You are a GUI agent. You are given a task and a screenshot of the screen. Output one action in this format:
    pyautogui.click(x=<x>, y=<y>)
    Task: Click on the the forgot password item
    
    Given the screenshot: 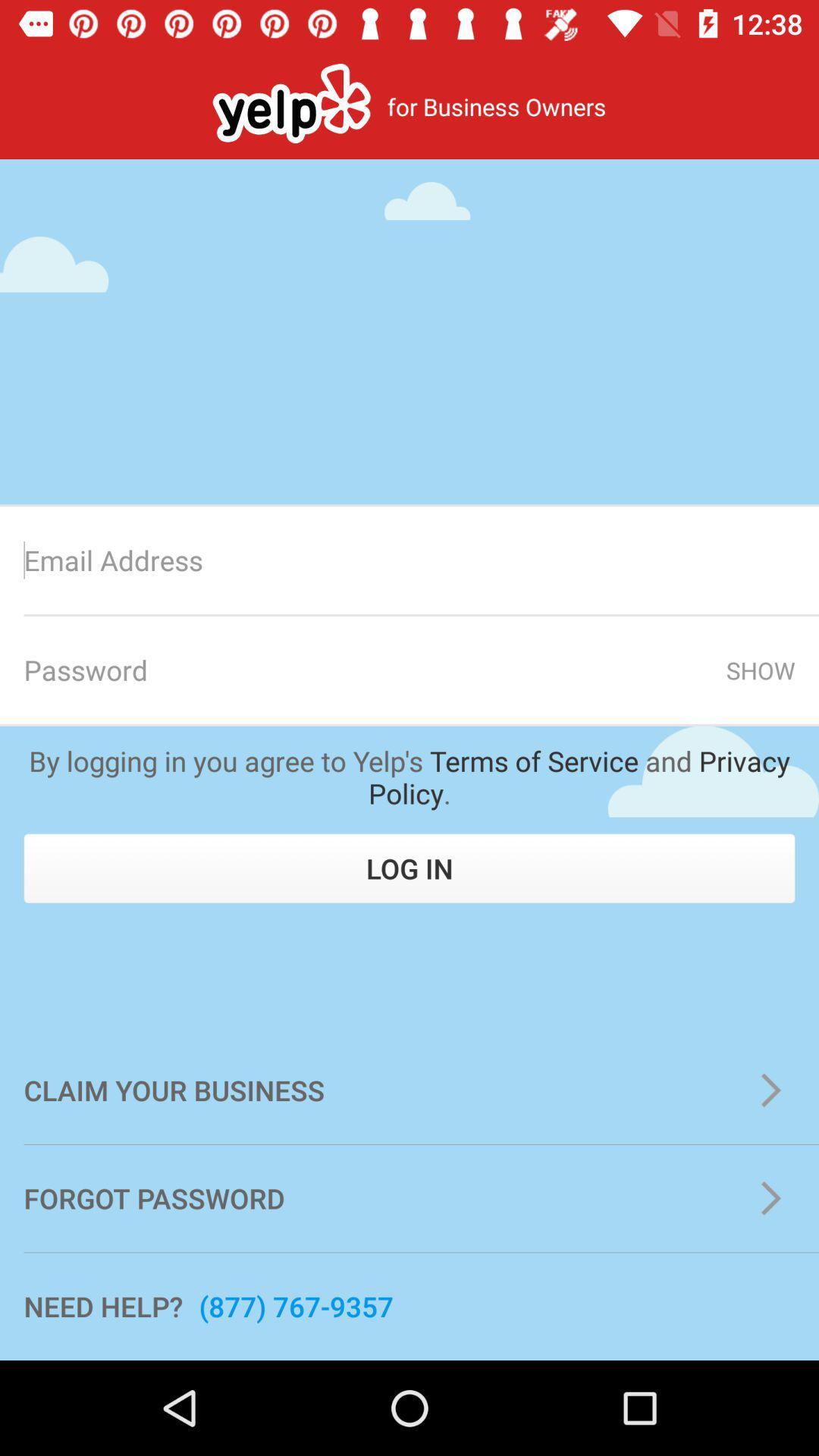 What is the action you would take?
    pyautogui.click(x=409, y=1197)
    